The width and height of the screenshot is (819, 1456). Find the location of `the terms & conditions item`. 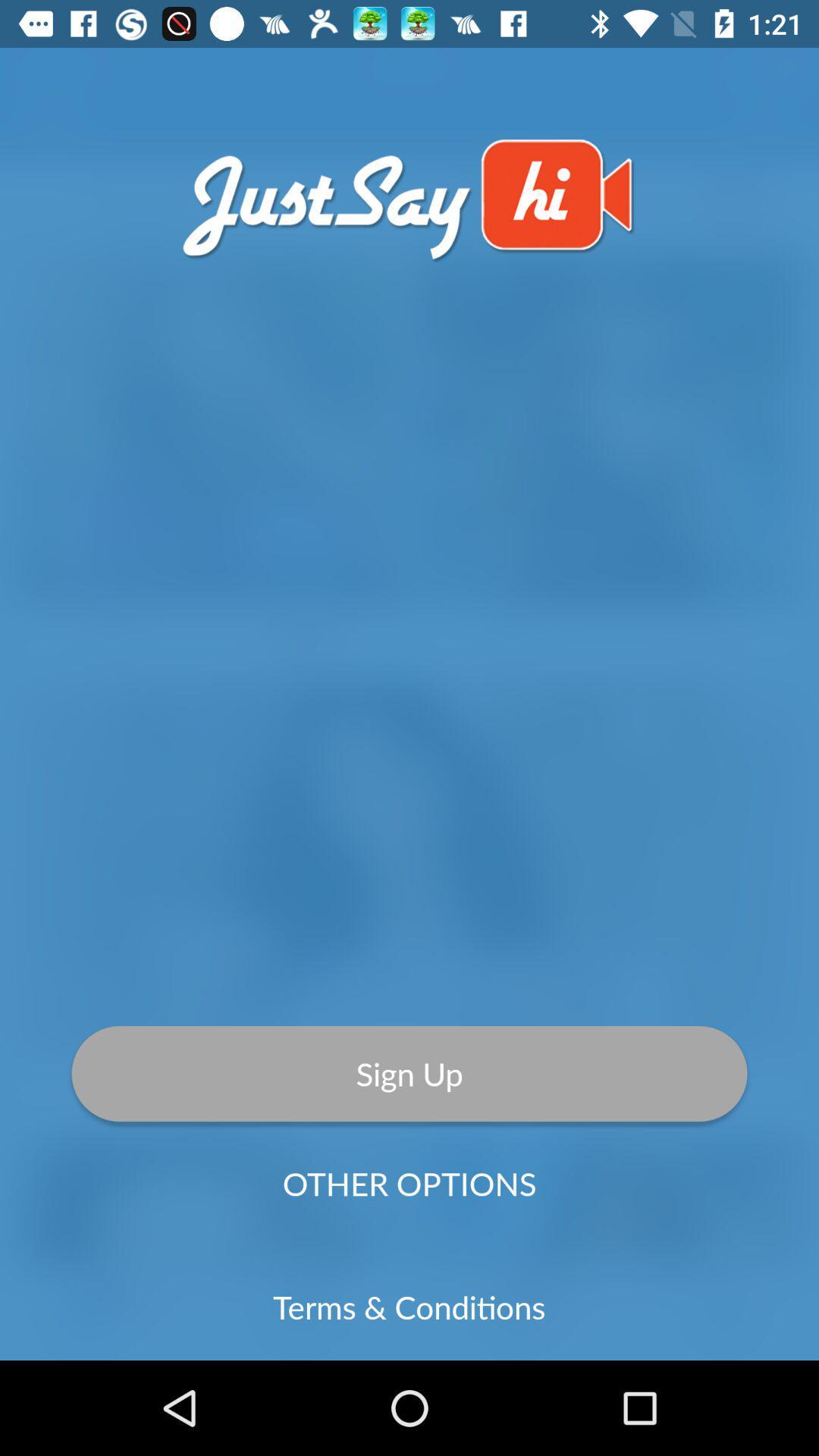

the terms & conditions item is located at coordinates (408, 1306).